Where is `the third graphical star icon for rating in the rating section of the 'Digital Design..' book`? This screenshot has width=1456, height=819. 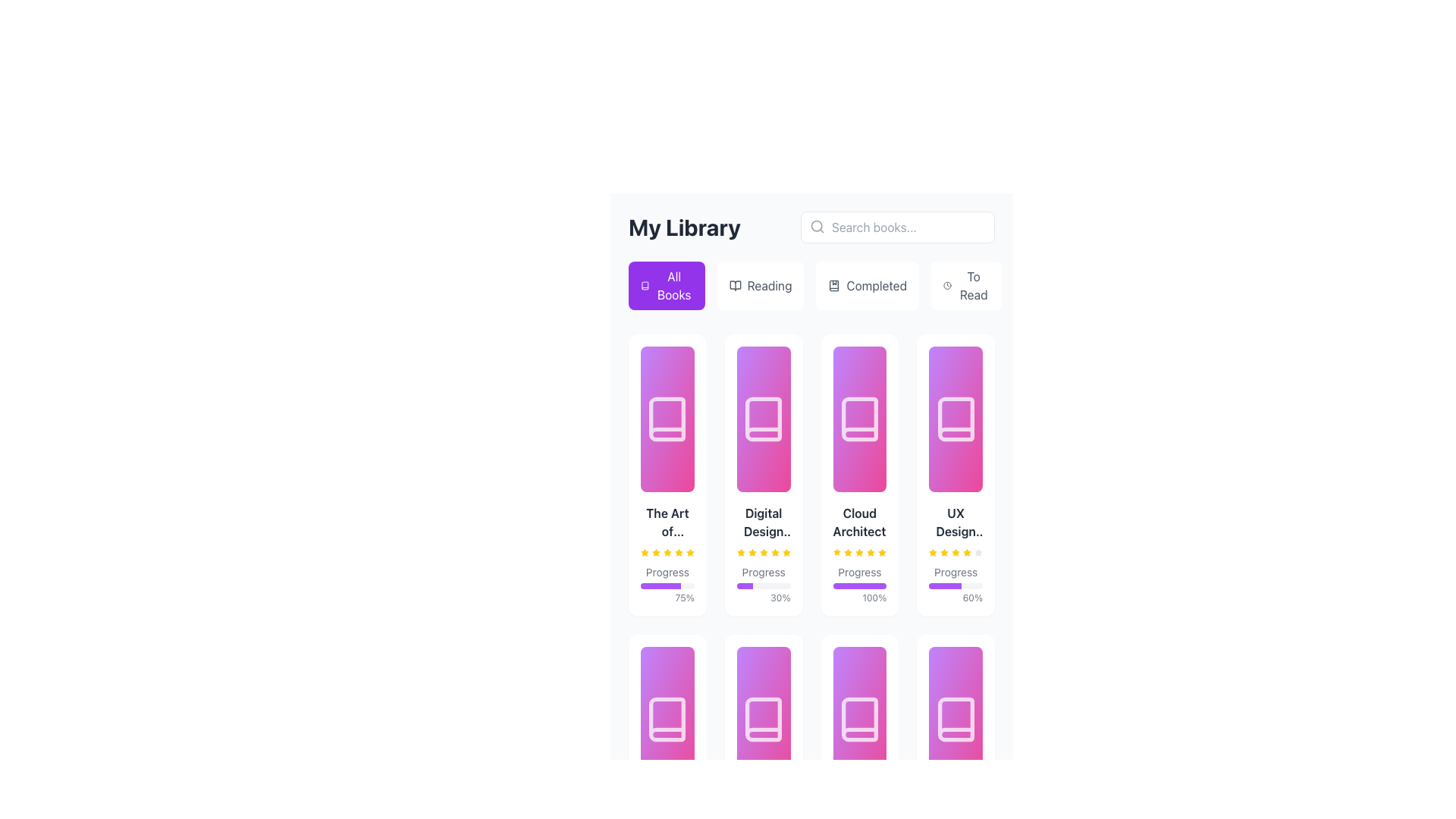 the third graphical star icon for rating in the rating section of the 'Digital Design..' book is located at coordinates (764, 552).